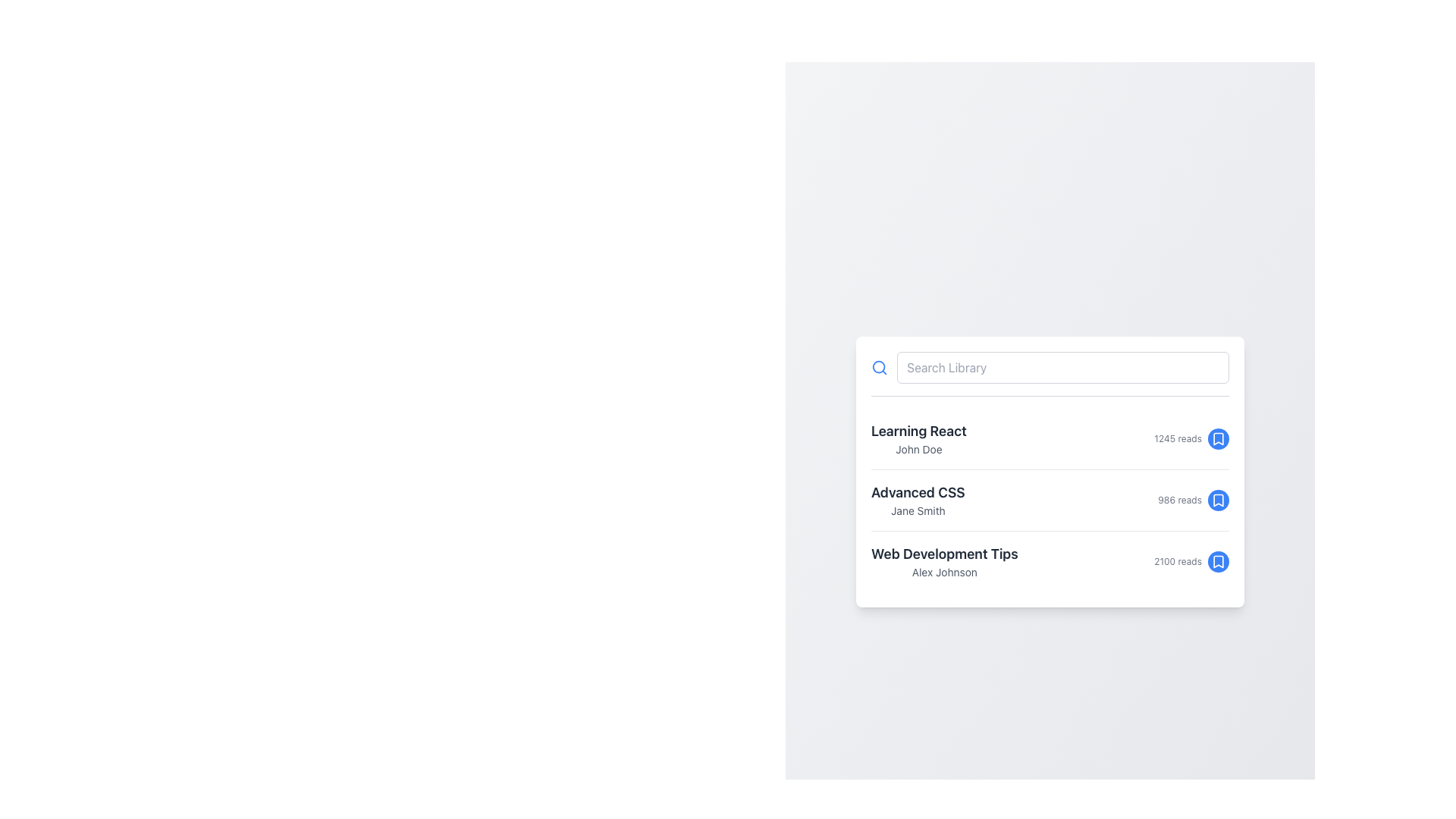 The height and width of the screenshot is (819, 1456). Describe the element at coordinates (1191, 438) in the screenshot. I see `the Text Label displaying '1245 reads'` at that location.